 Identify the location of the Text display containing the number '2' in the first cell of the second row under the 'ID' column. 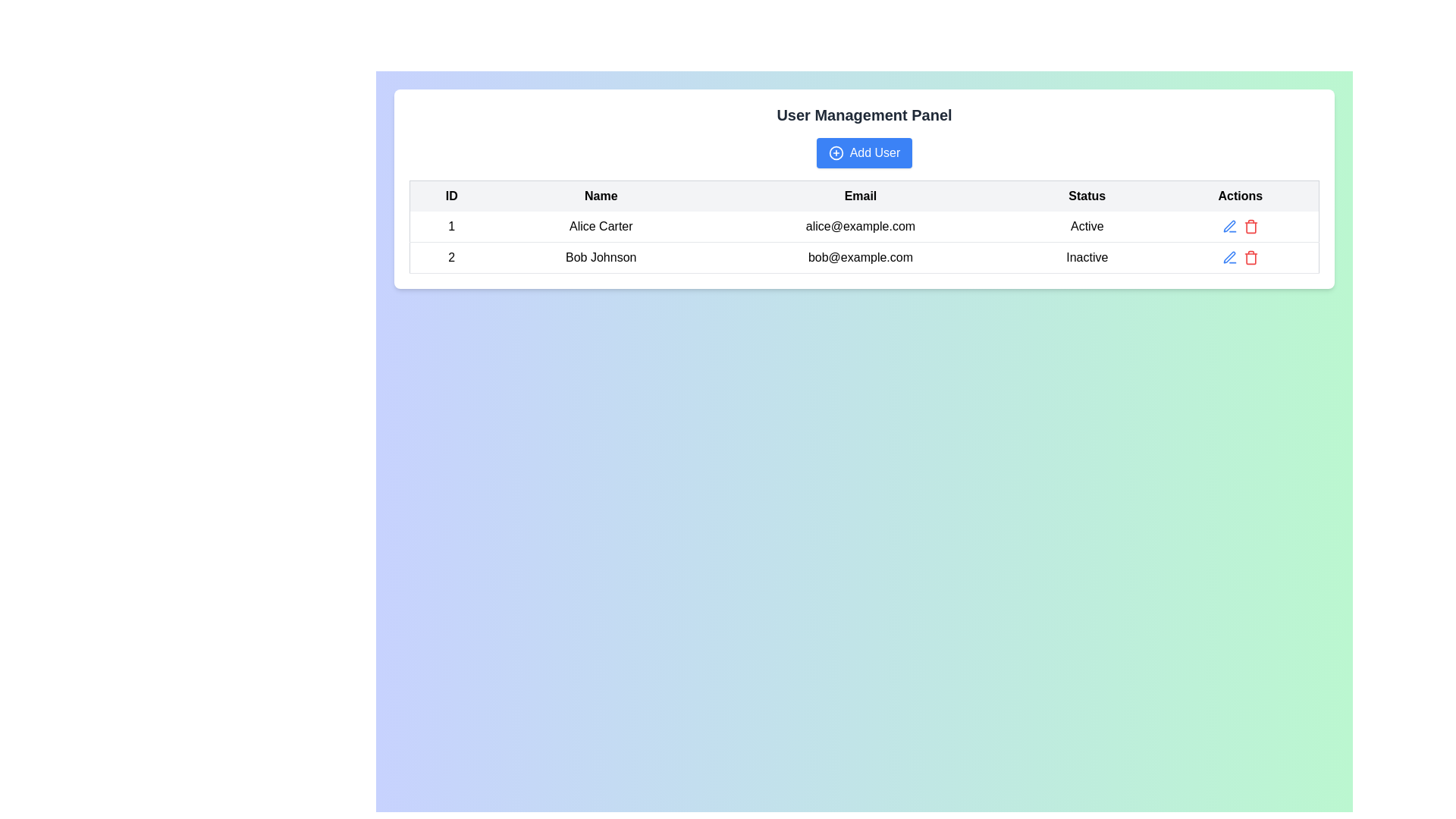
(450, 256).